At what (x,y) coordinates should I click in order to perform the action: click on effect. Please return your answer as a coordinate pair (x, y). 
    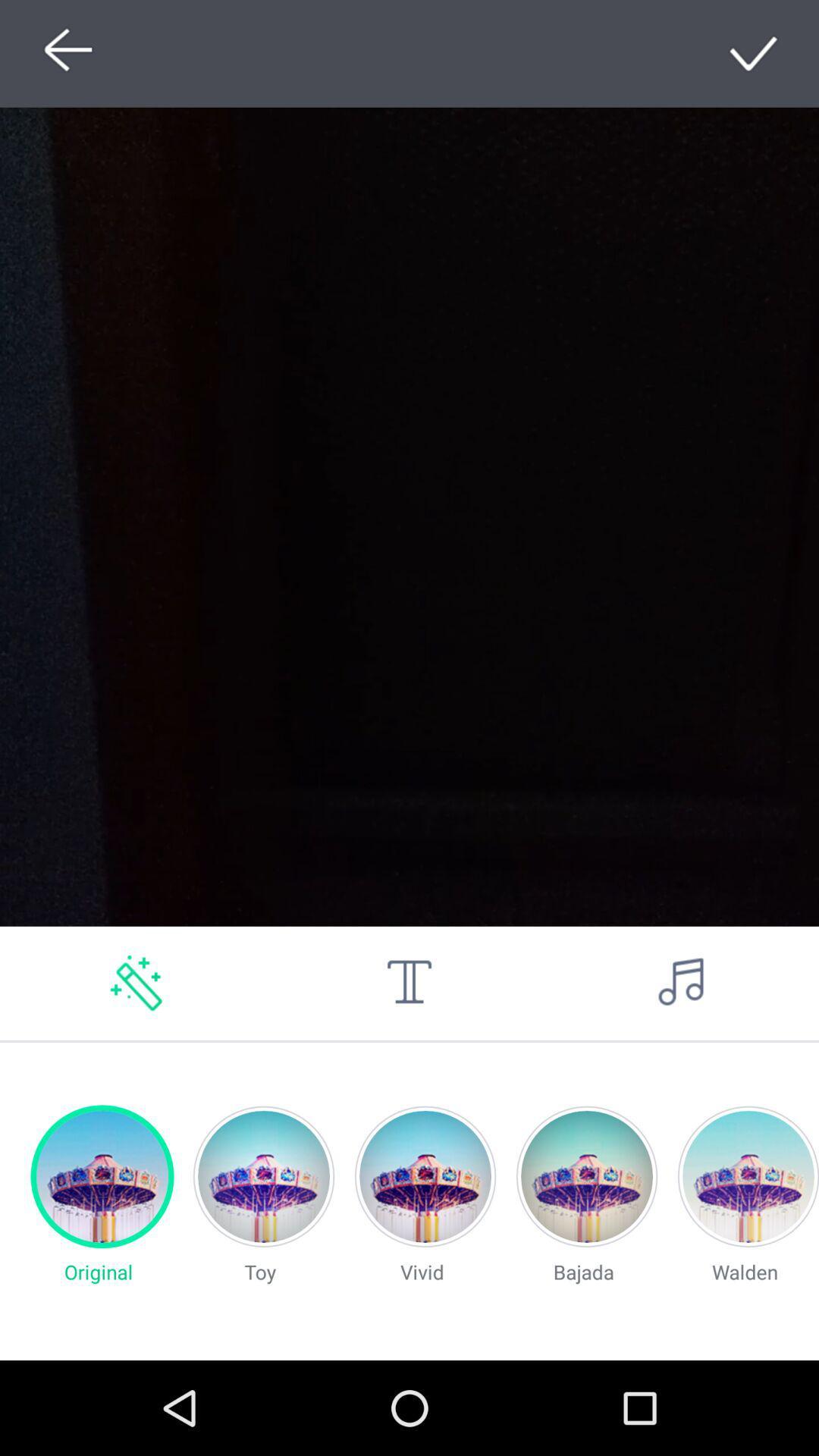
    Looking at the image, I should click on (136, 983).